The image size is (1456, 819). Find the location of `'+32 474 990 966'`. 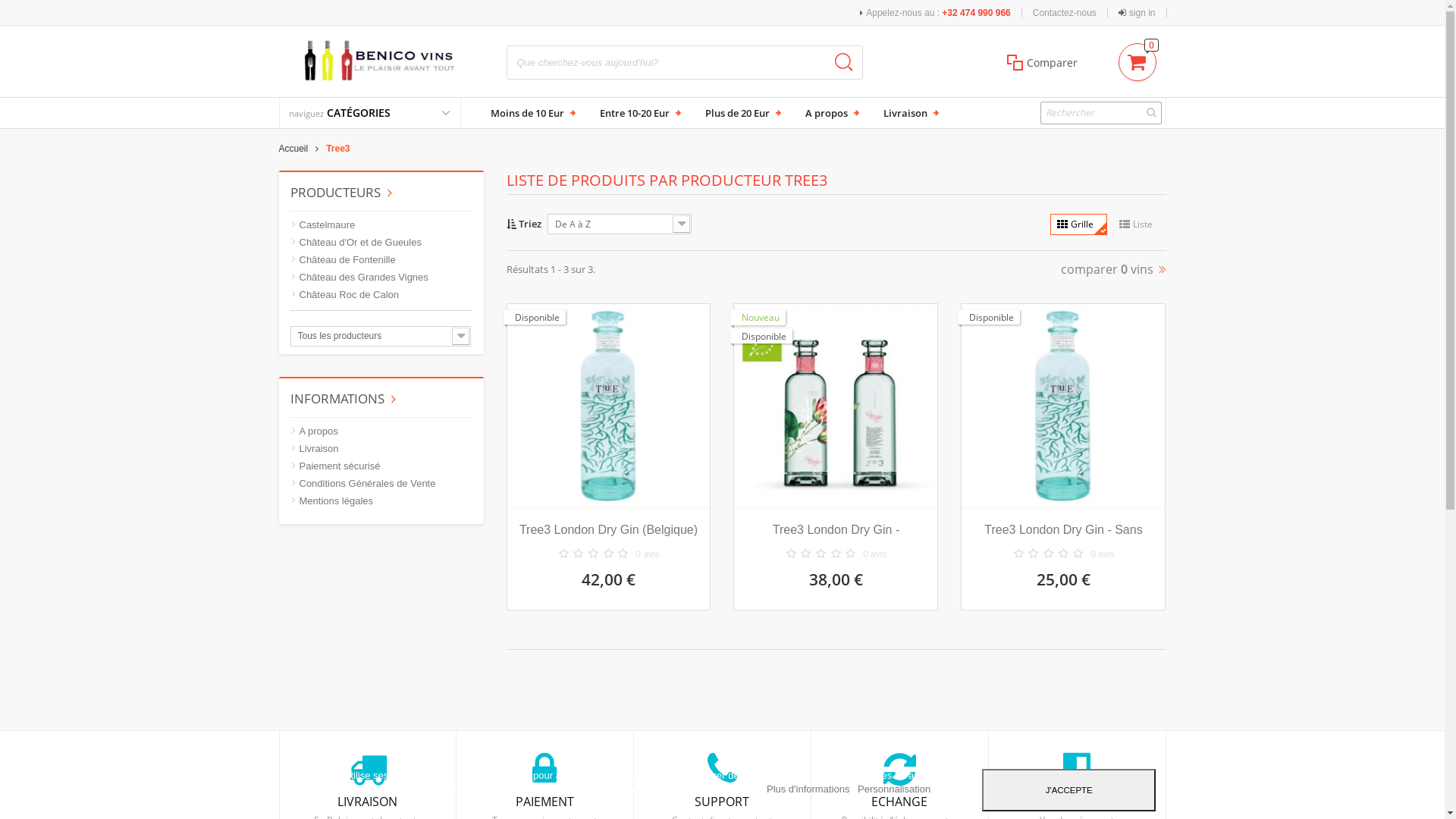

'+32 474 990 966' is located at coordinates (975, 12).